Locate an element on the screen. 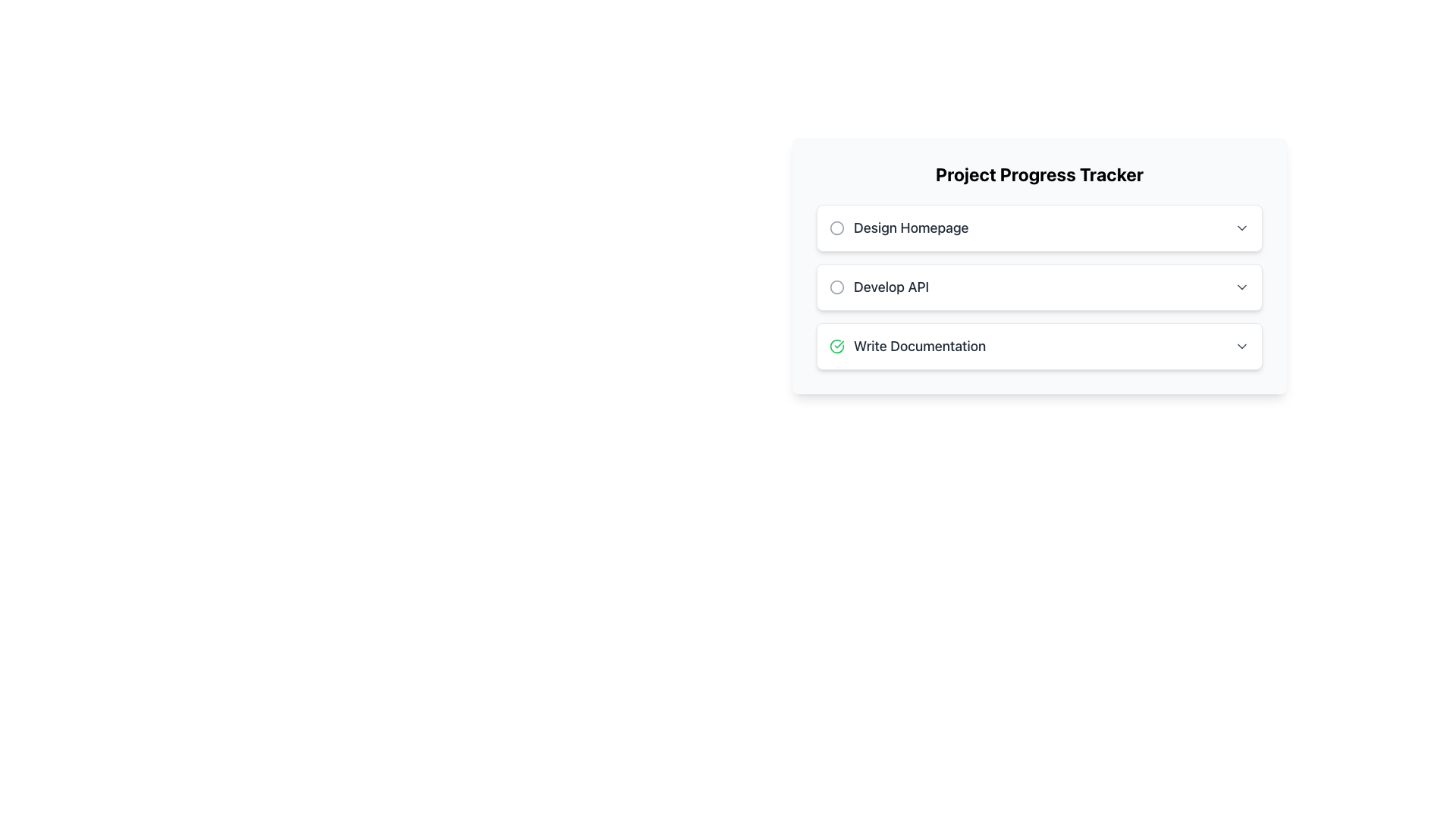 This screenshot has height=819, width=1456. the arrow of the Dropdown Toggle located to the far right of the 'Project Progress Tracker' interface is located at coordinates (1241, 287).